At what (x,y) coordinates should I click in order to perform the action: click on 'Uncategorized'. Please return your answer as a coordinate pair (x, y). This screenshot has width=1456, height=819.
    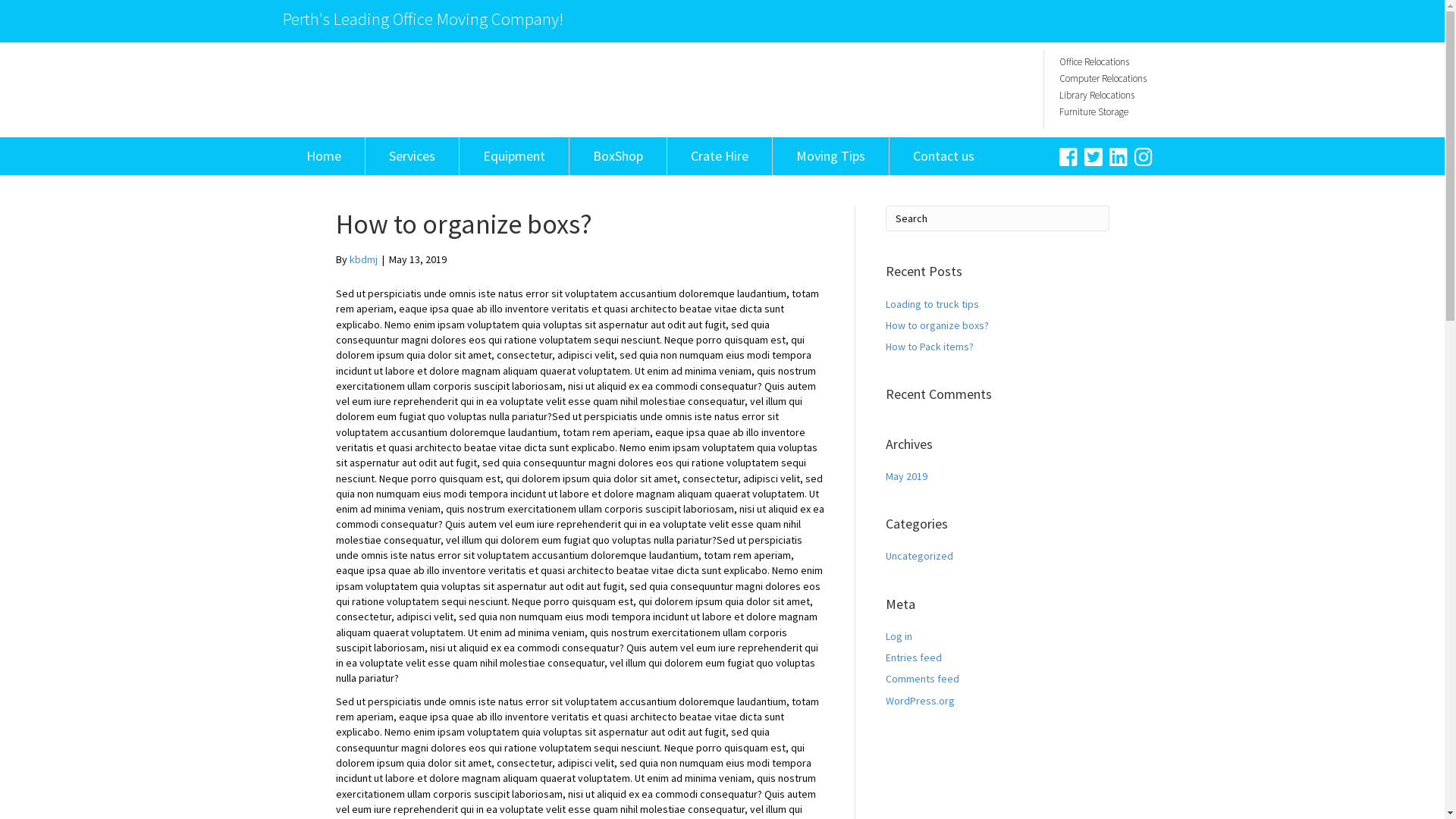
    Looking at the image, I should click on (918, 555).